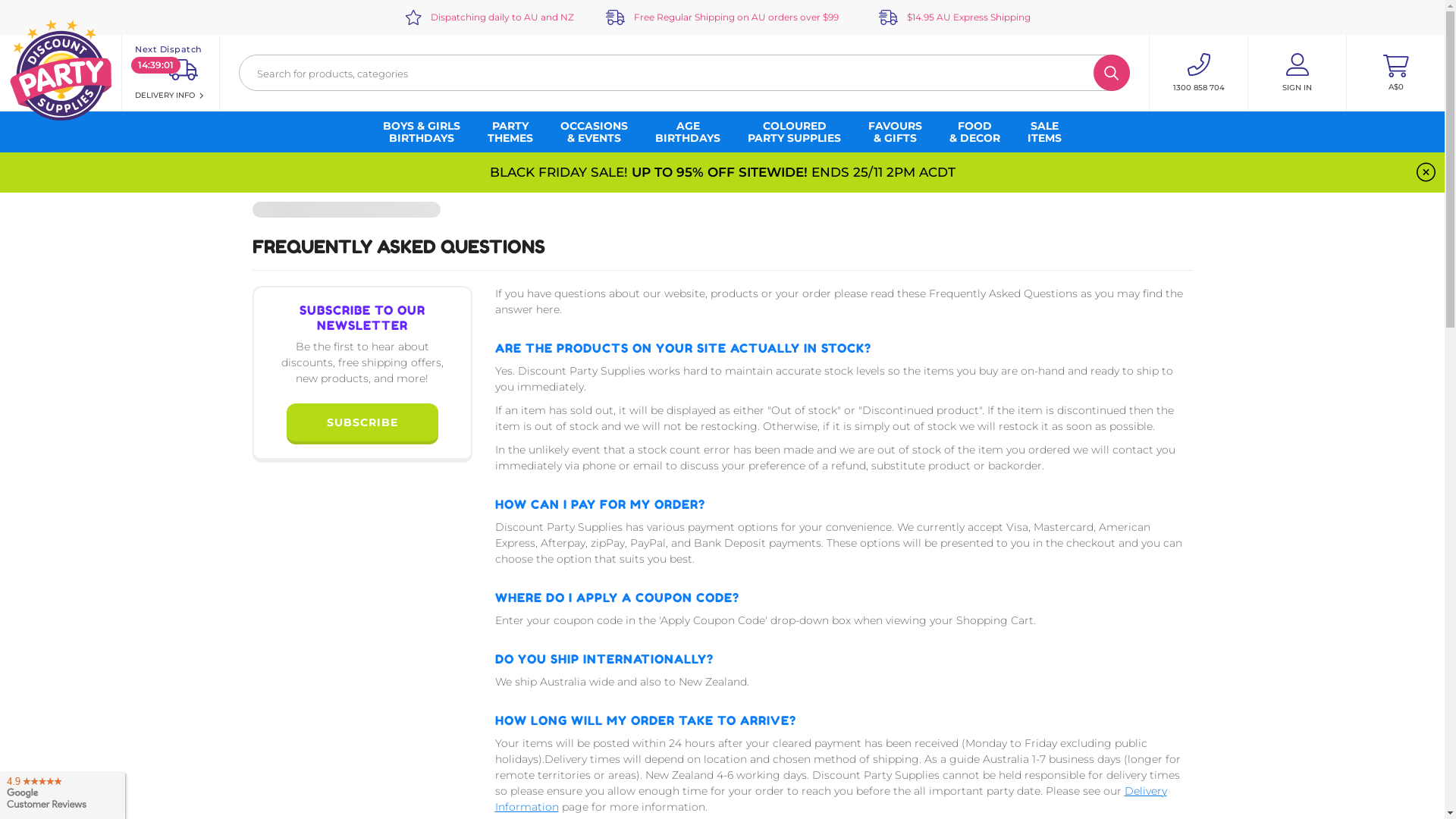 The width and height of the screenshot is (1456, 819). What do you see at coordinates (593, 130) in the screenshot?
I see `'OCCASIONS` at bounding box center [593, 130].